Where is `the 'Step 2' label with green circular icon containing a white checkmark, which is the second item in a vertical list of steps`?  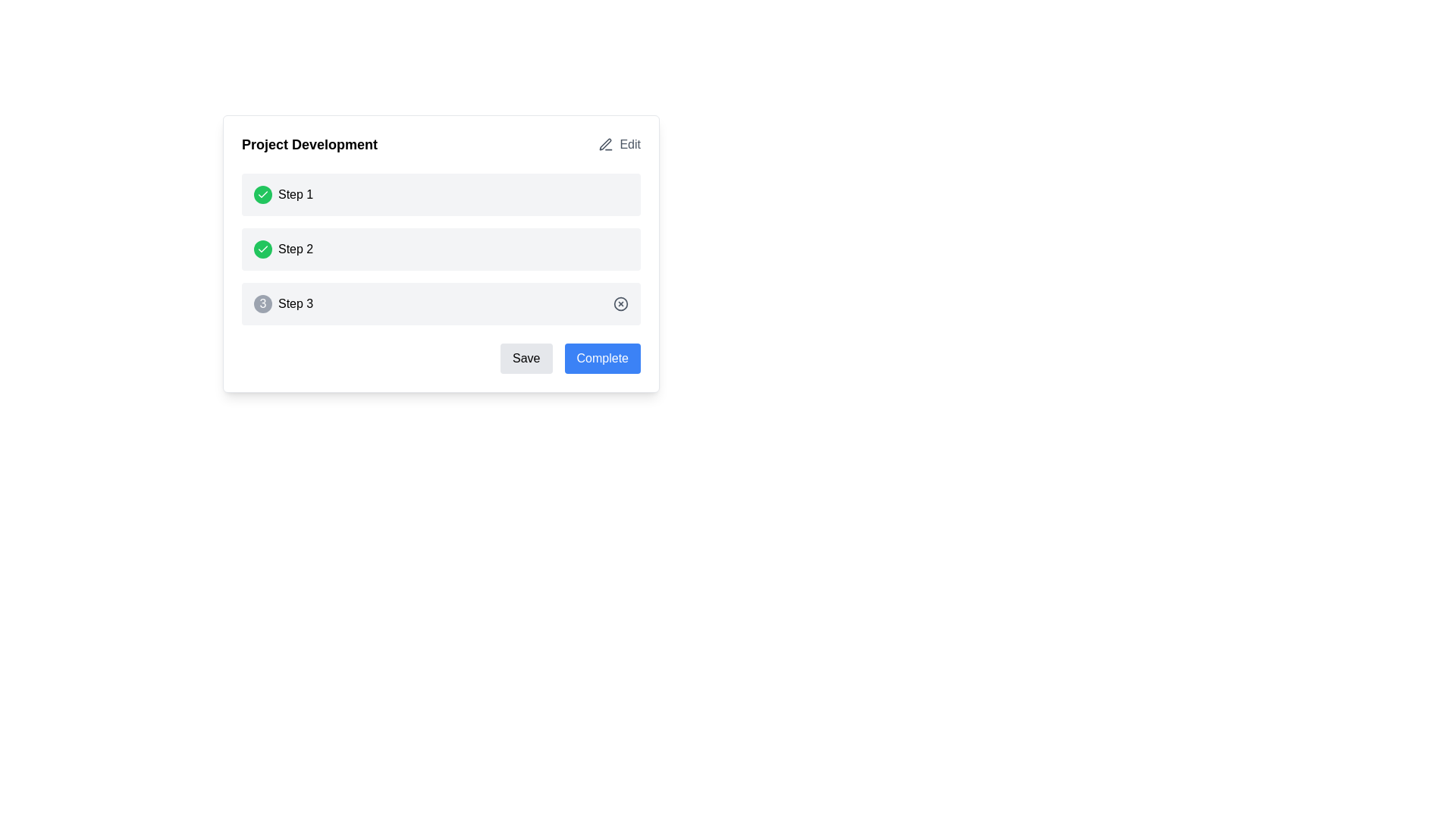
the 'Step 2' label with green circular icon containing a white checkmark, which is the second item in a vertical list of steps is located at coordinates (284, 248).